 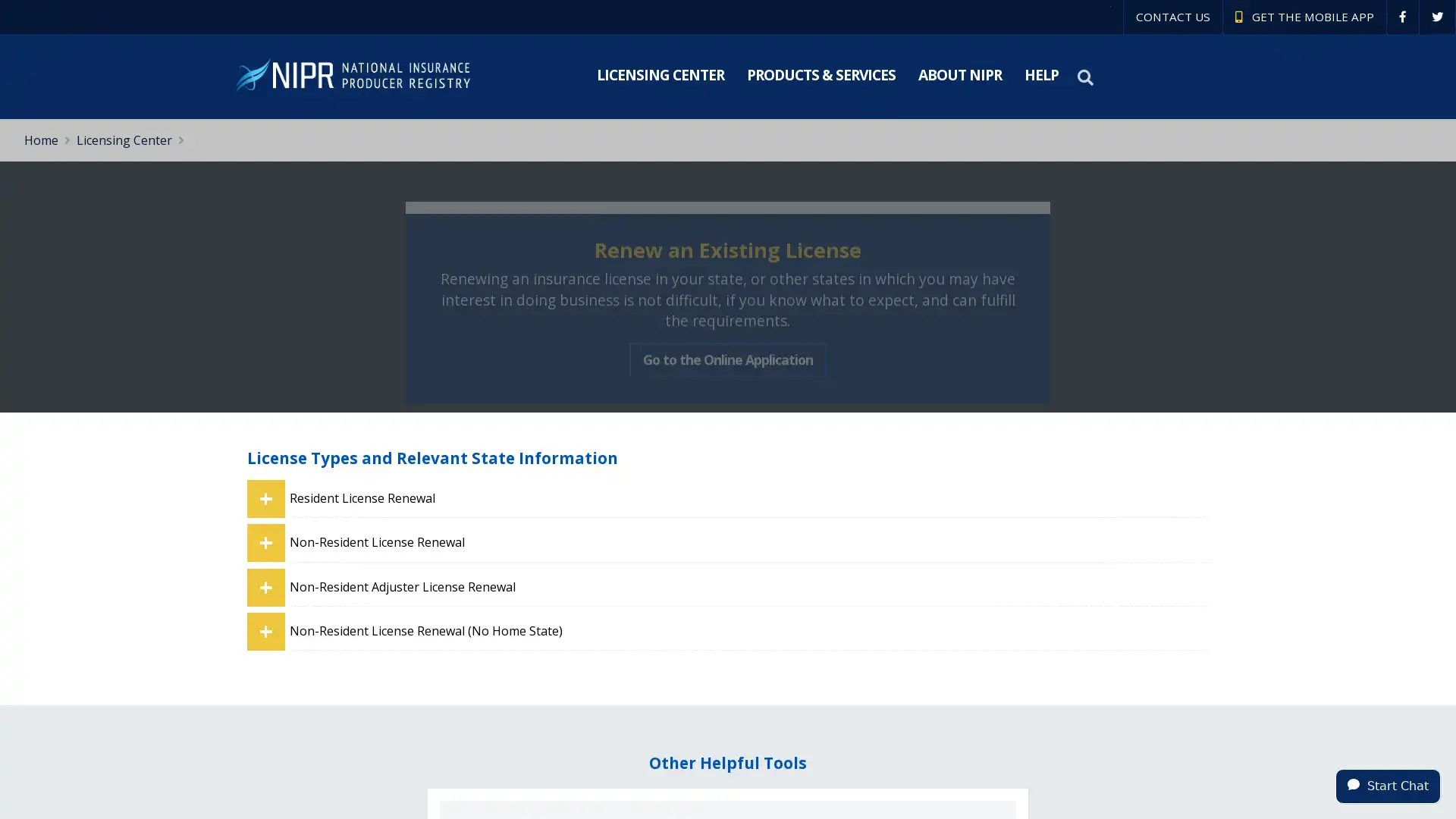 I want to click on Non-Resident Adjuster License Renewal, so click(x=749, y=585).